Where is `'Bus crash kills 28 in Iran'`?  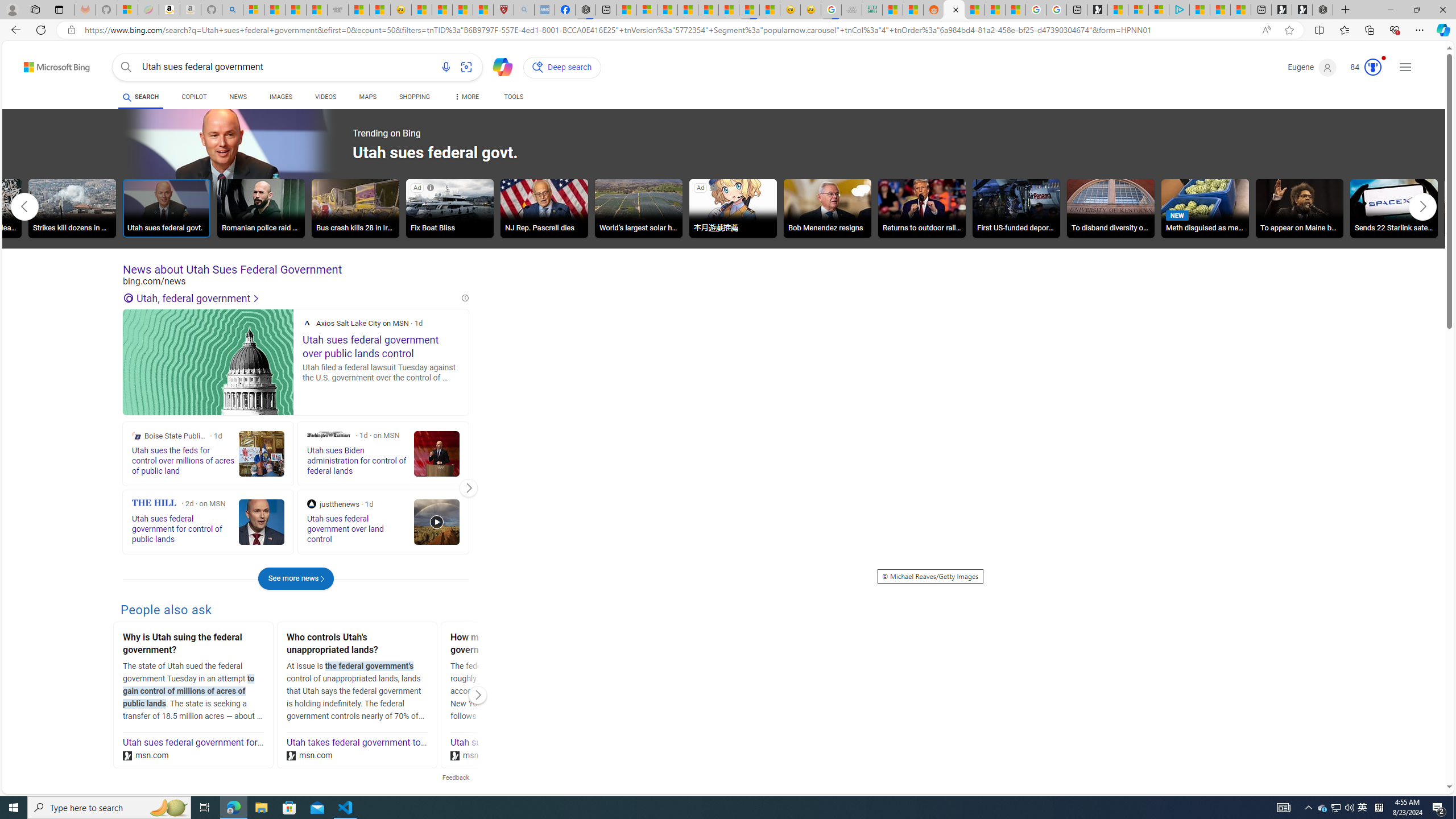 'Bus crash kills 28 in Iran' is located at coordinates (354, 207).